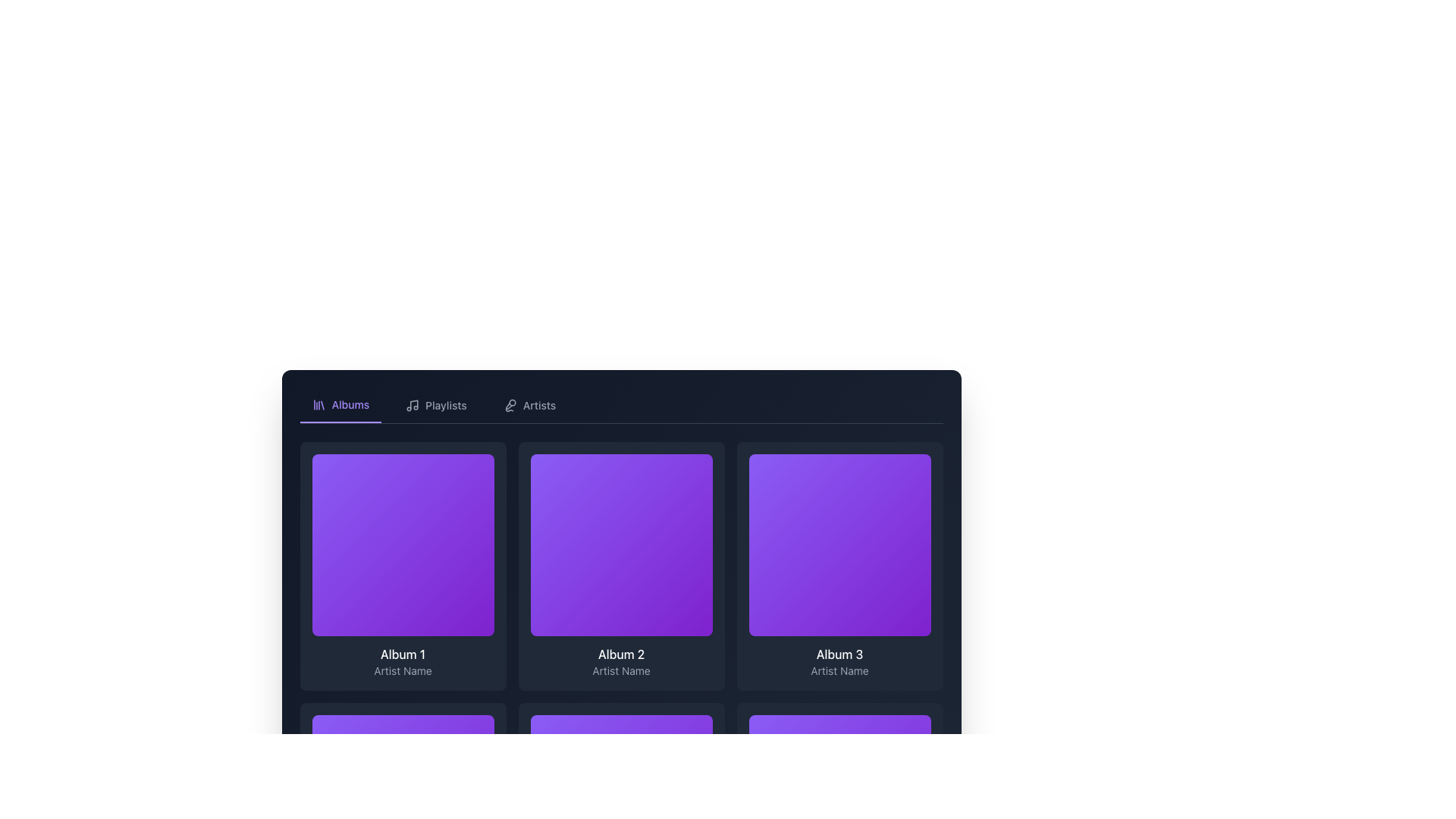 The height and width of the screenshot is (819, 1456). I want to click on the text label element that reads 'Artist Name', so click(403, 670).